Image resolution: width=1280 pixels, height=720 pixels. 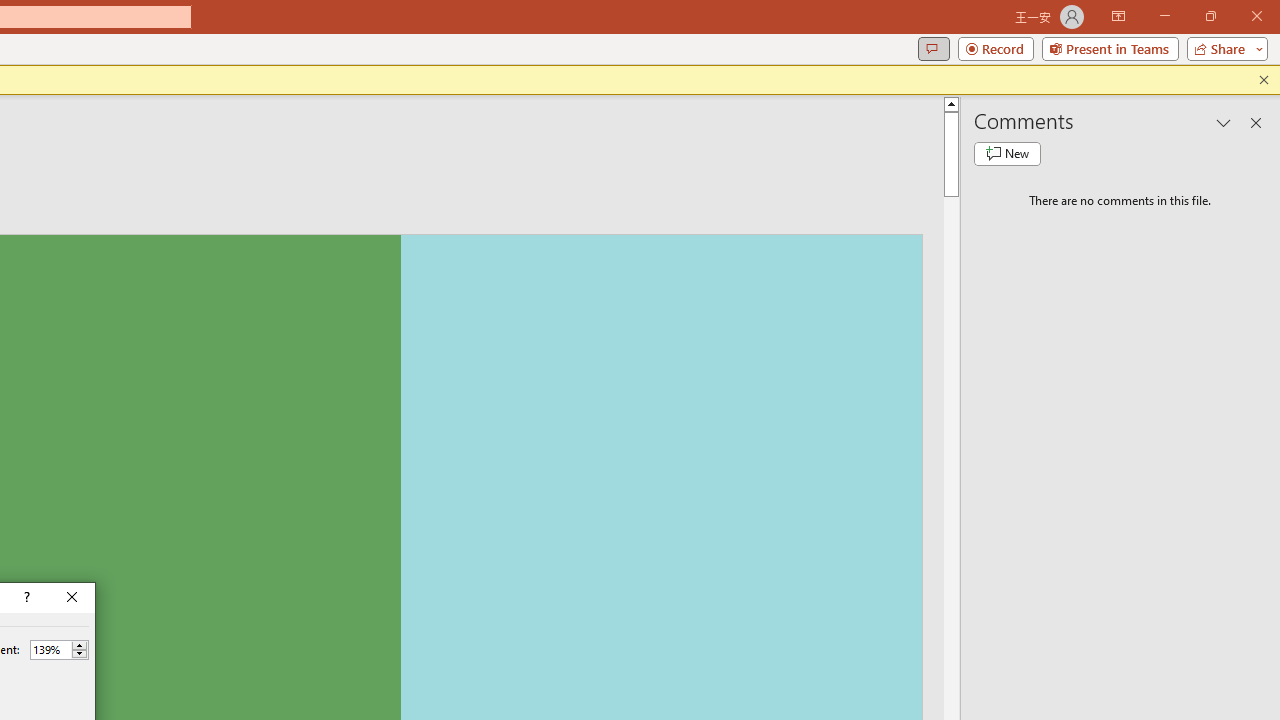 What do you see at coordinates (995, 47) in the screenshot?
I see `'Record'` at bounding box center [995, 47].